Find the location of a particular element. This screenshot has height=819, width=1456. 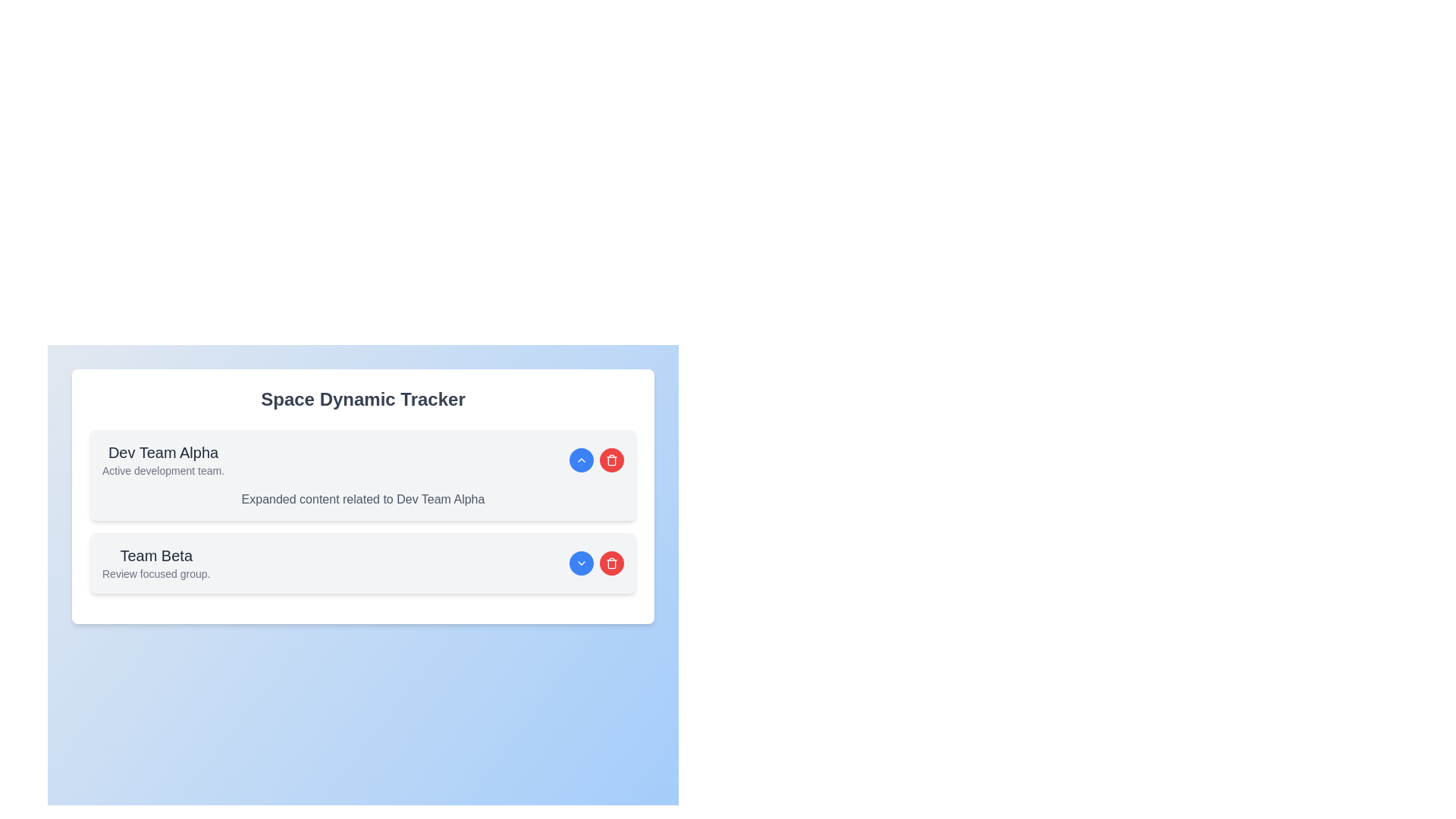

the red circular trash icon button located at the top right corner inside the 'Dev Team Alpha' card is located at coordinates (611, 459).